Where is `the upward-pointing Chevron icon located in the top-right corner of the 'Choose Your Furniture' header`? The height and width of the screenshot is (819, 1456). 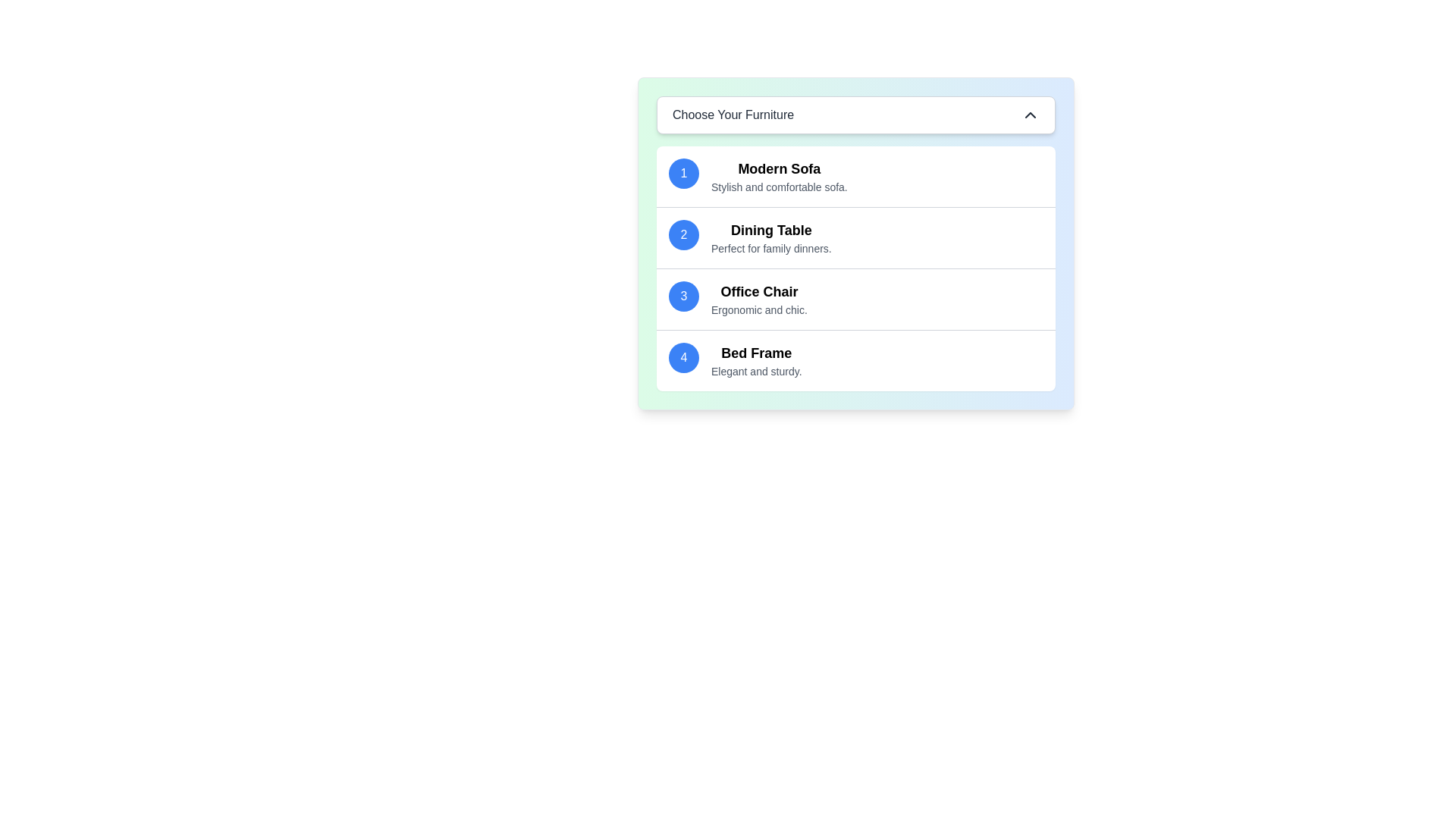
the upward-pointing Chevron icon located in the top-right corner of the 'Choose Your Furniture' header is located at coordinates (1030, 114).